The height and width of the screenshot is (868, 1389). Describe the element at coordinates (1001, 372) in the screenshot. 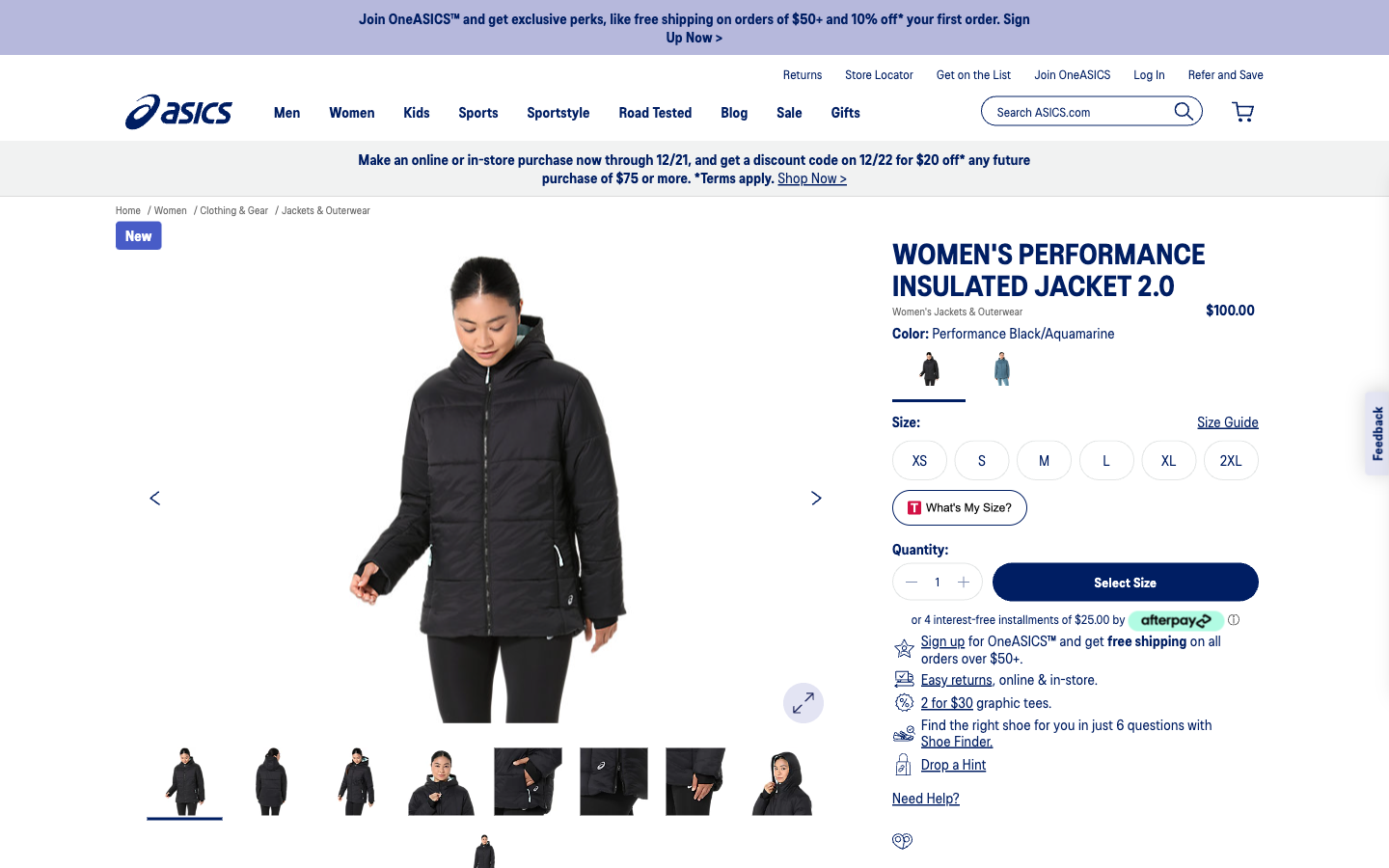

I see `aquamarine tint` at that location.